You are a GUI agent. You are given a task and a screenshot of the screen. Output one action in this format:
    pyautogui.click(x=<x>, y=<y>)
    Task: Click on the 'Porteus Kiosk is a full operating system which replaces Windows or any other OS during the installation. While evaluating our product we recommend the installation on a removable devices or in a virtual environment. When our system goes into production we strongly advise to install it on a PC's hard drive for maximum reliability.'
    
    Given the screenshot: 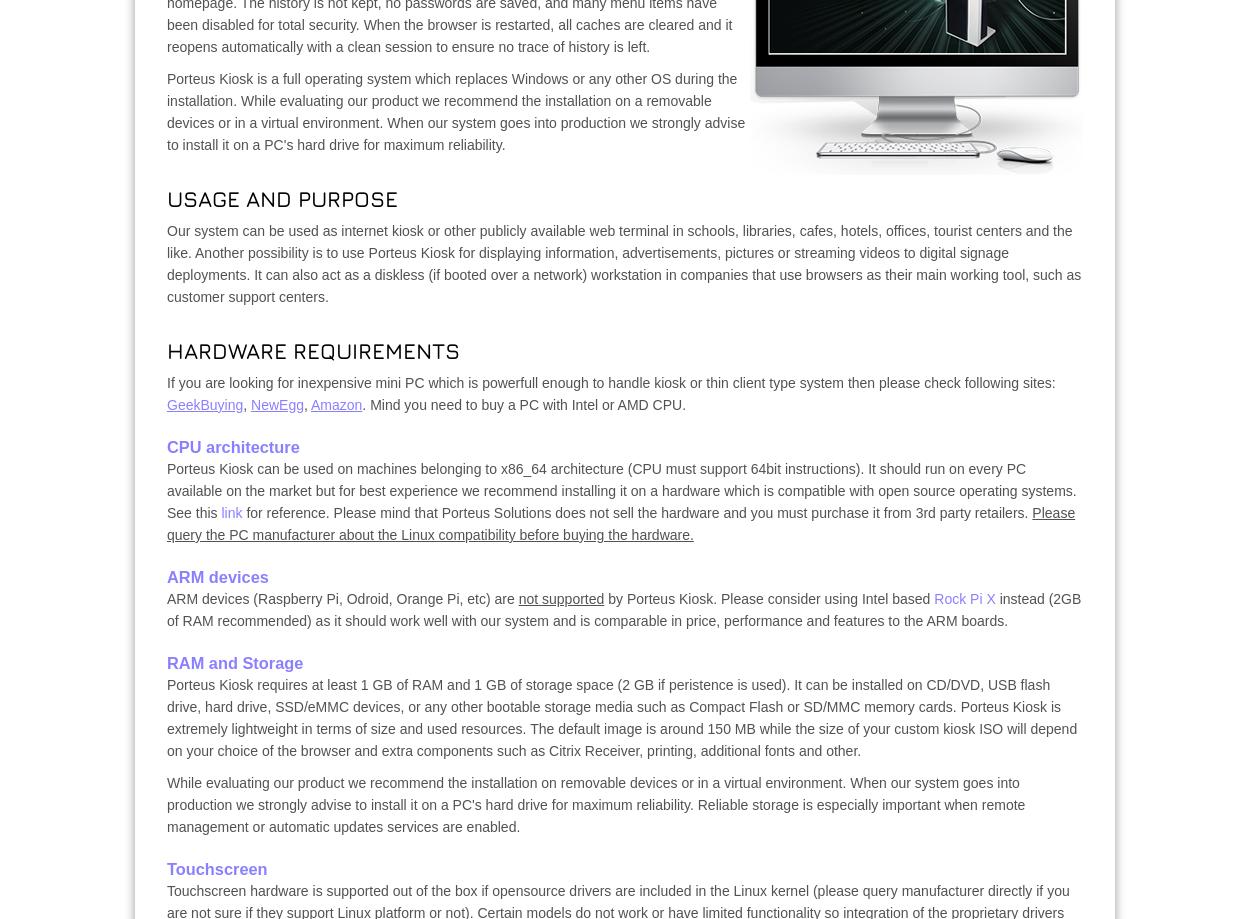 What is the action you would take?
    pyautogui.click(x=455, y=111)
    